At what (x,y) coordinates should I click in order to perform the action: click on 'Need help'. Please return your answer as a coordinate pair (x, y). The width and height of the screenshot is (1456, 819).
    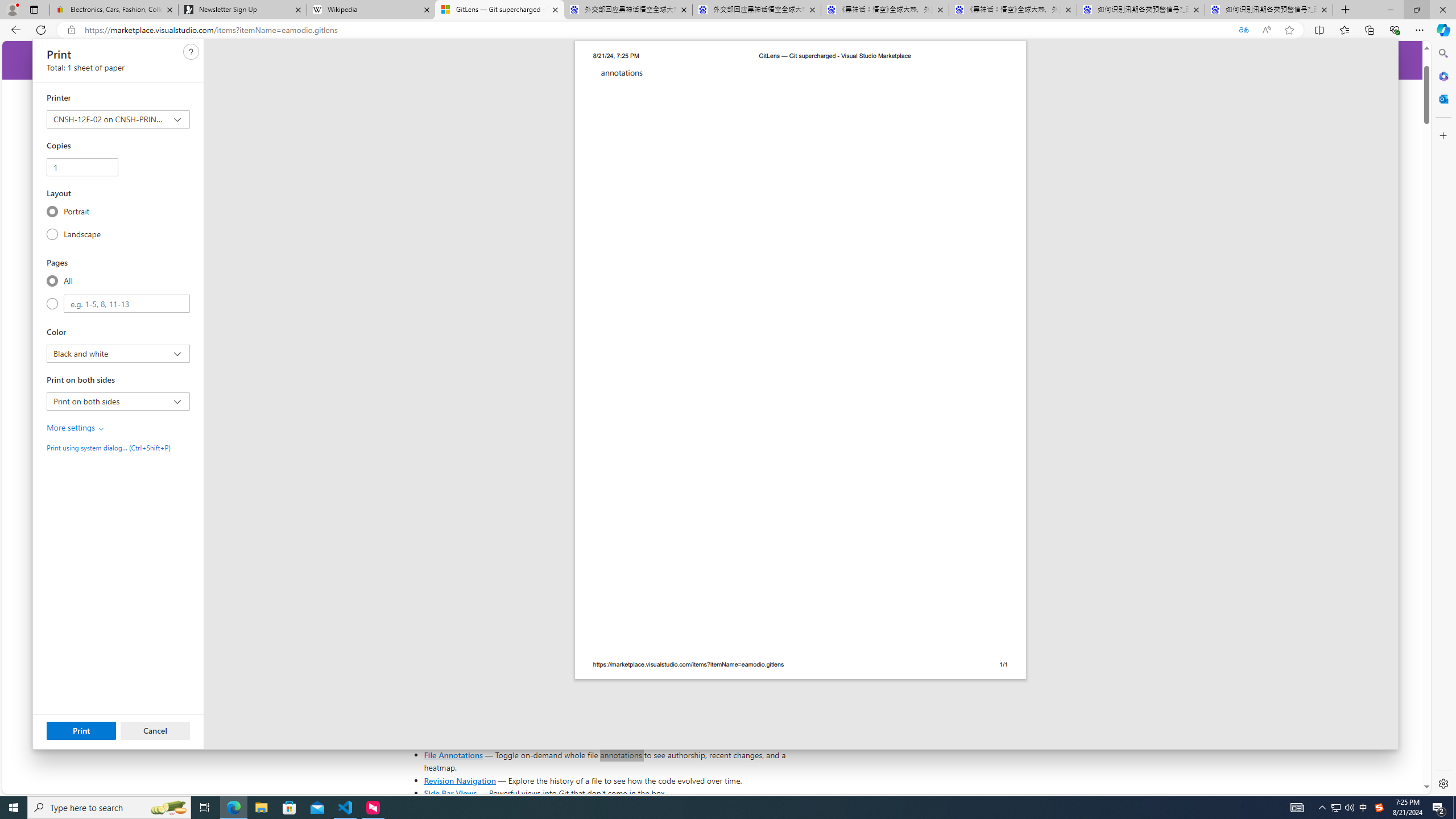
    Looking at the image, I should click on (191, 51).